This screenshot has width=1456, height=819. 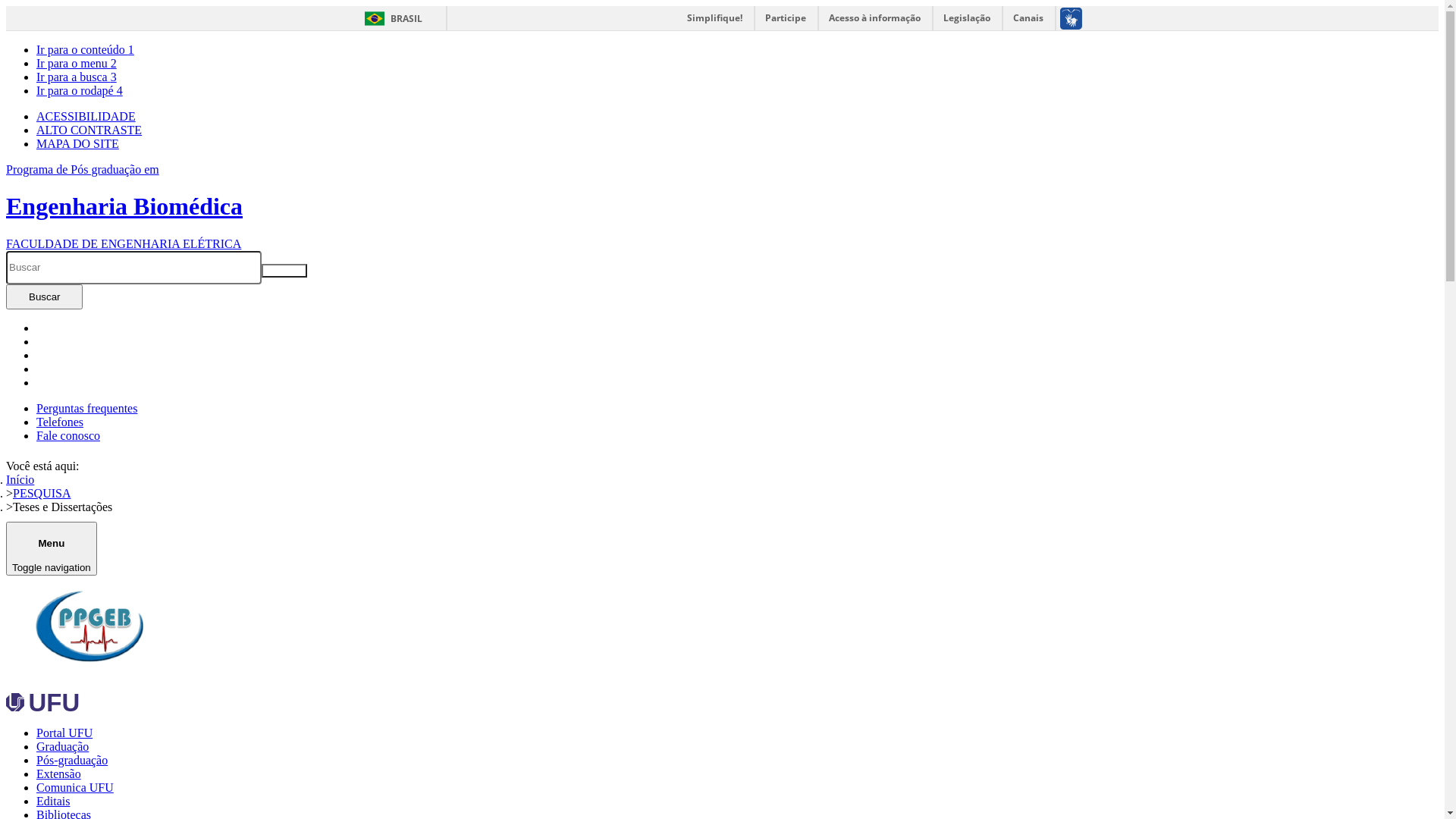 What do you see at coordinates (44, 297) in the screenshot?
I see `'Buscar'` at bounding box center [44, 297].